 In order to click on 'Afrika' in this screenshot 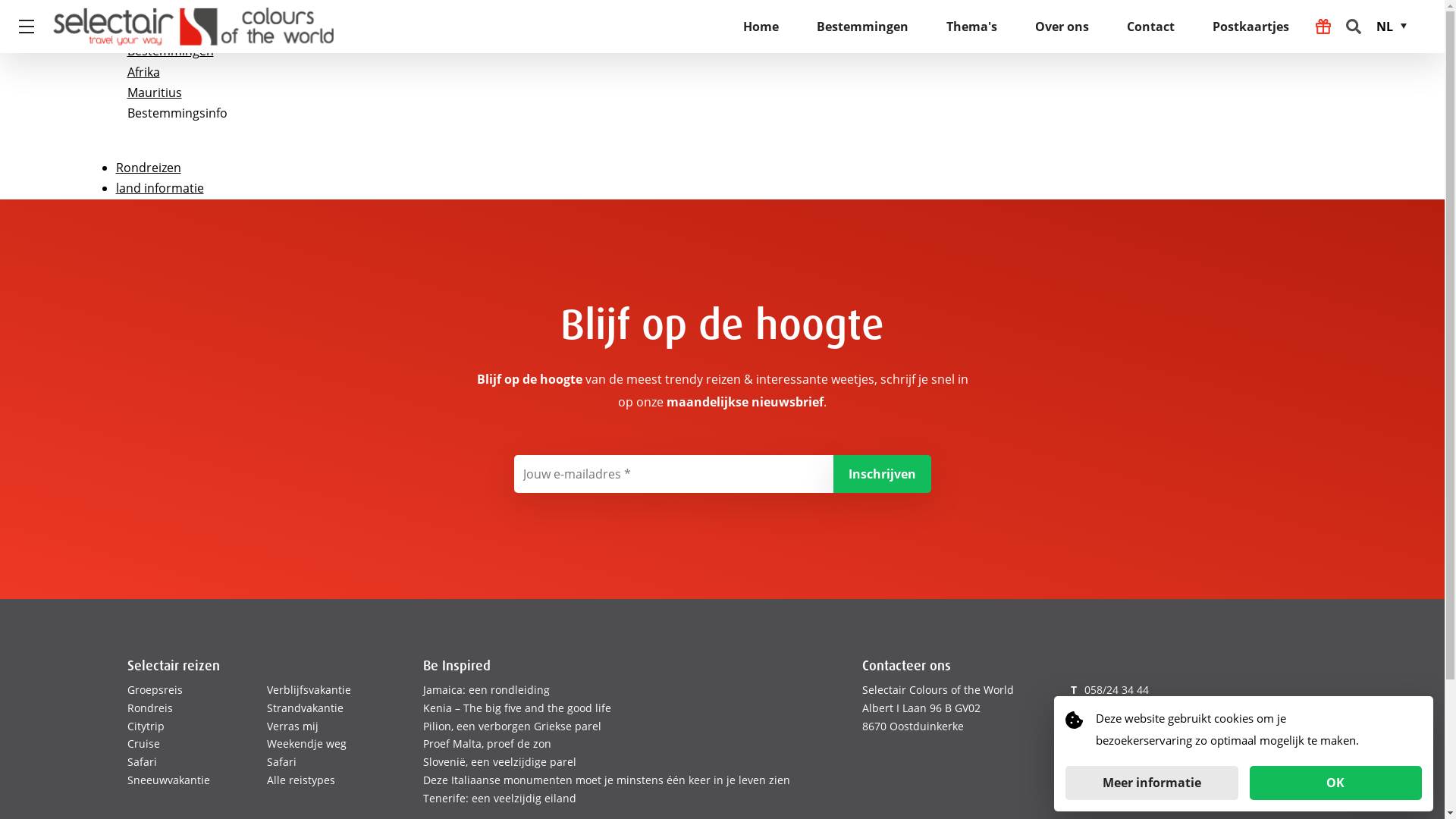, I will do `click(143, 72)`.